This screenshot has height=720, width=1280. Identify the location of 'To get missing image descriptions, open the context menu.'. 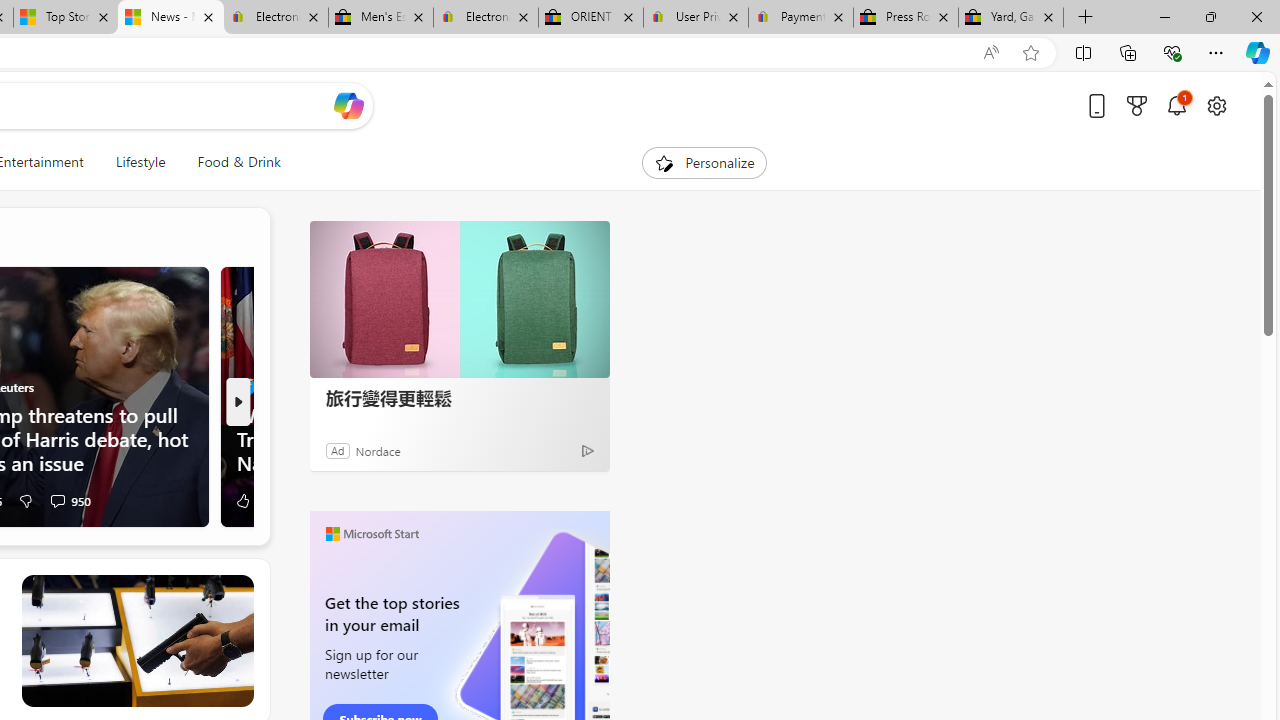
(664, 161).